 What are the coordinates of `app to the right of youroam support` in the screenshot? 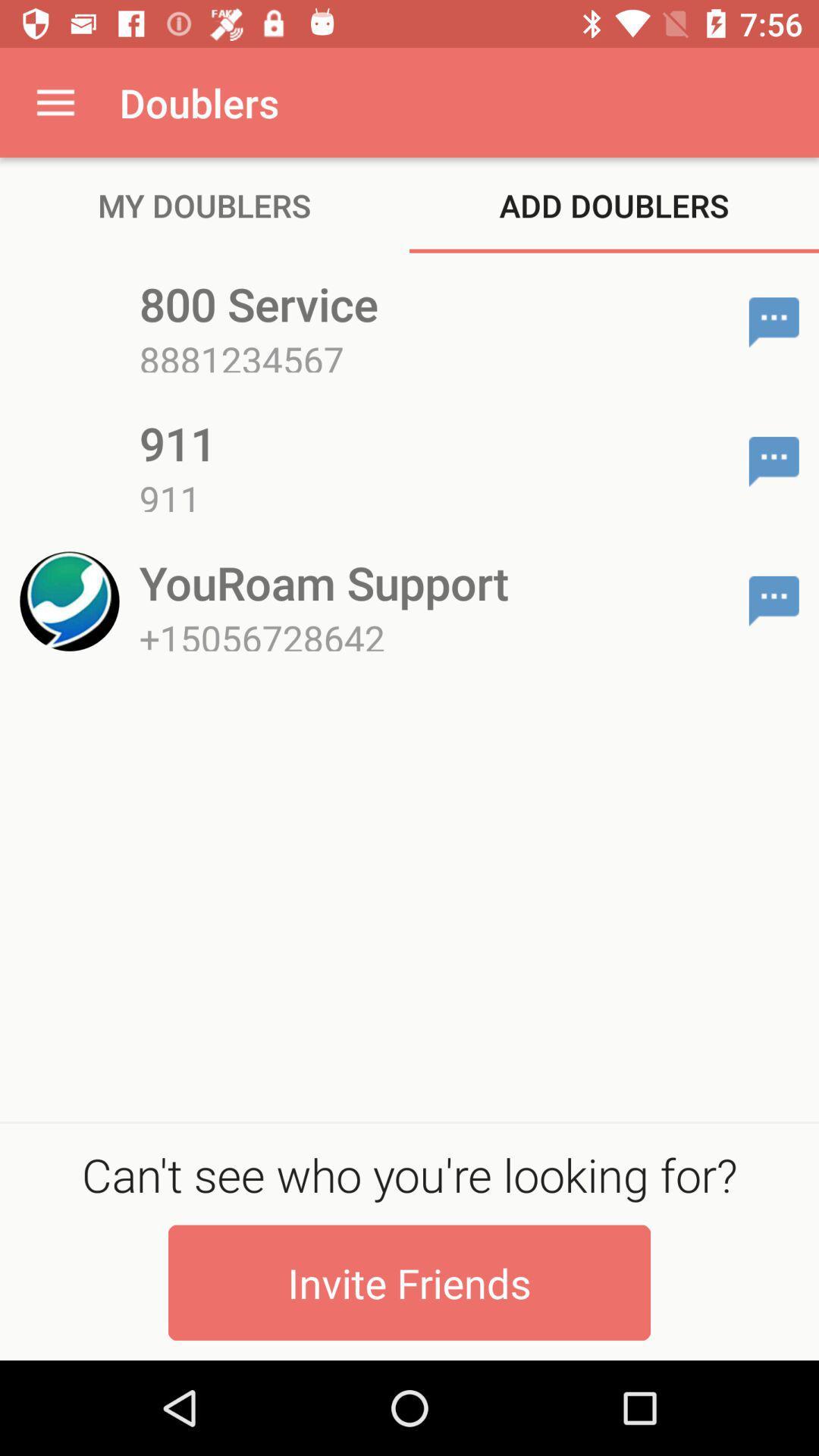 It's located at (773, 600).